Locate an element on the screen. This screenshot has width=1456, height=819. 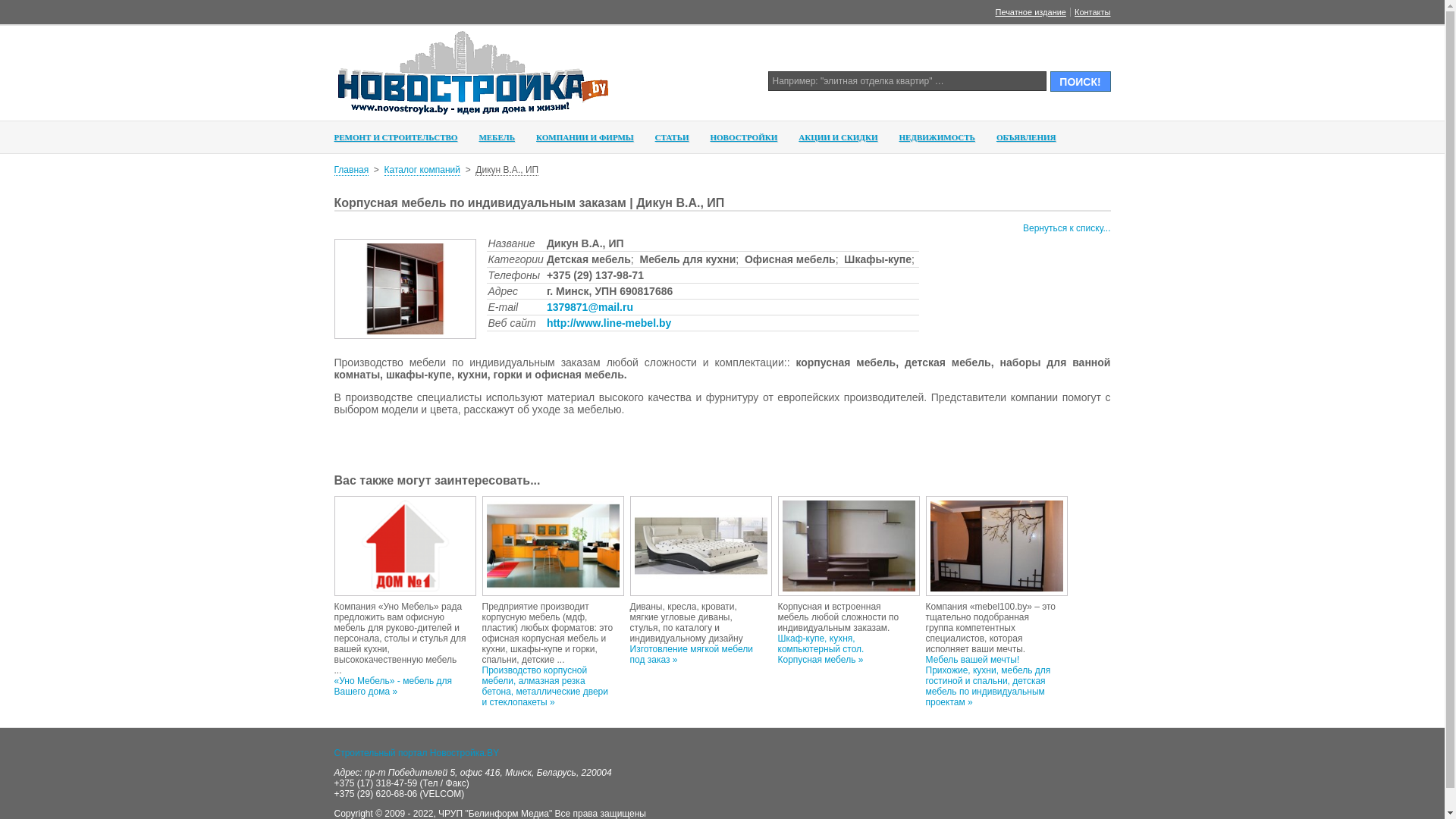
'http://www.line-mebel.by' is located at coordinates (608, 322).